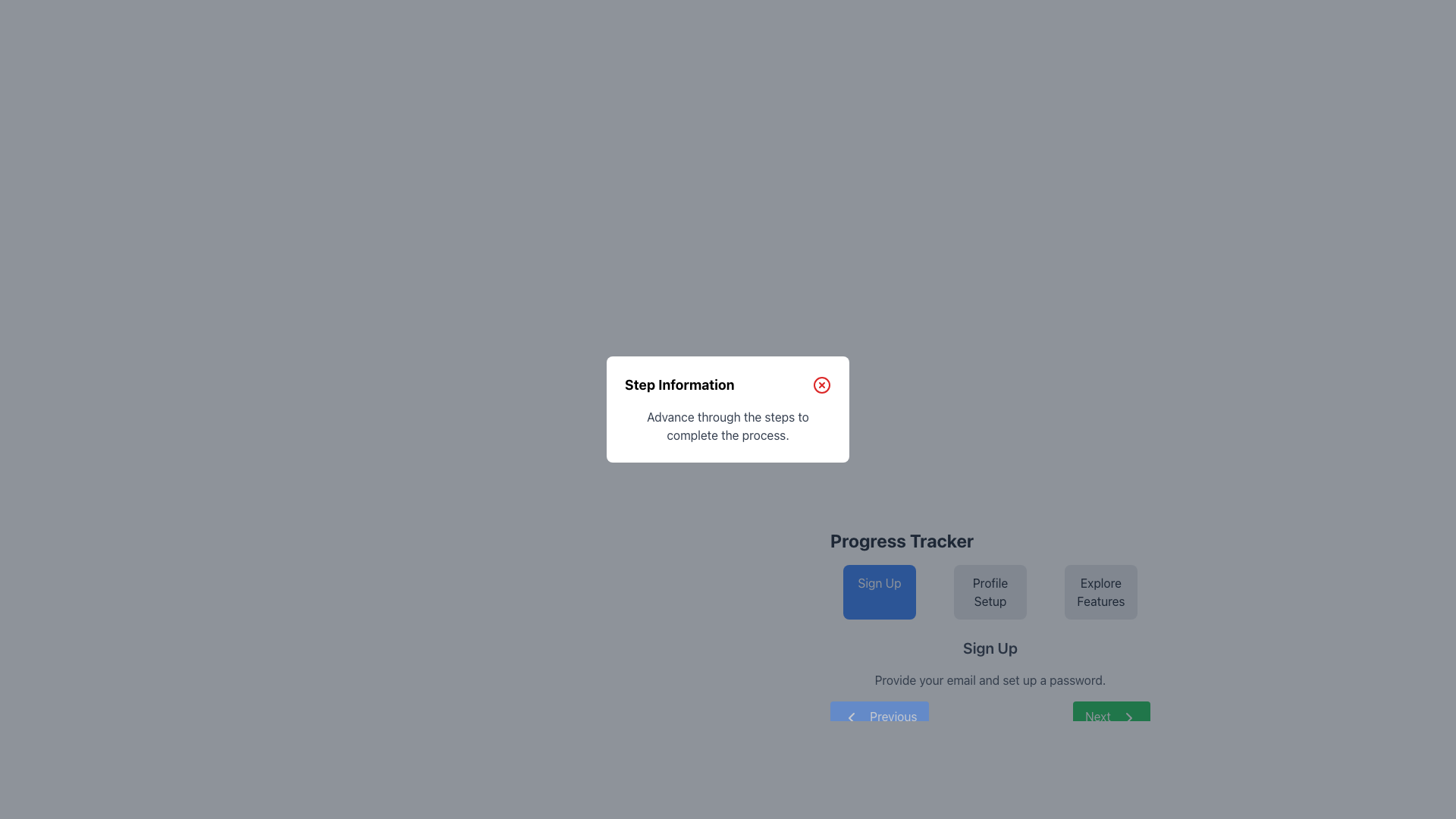 This screenshot has height=819, width=1456. I want to click on bold, black text label that says 'Step Information' located at the center of the dialog box, which is emphasized by its large font size, so click(679, 384).